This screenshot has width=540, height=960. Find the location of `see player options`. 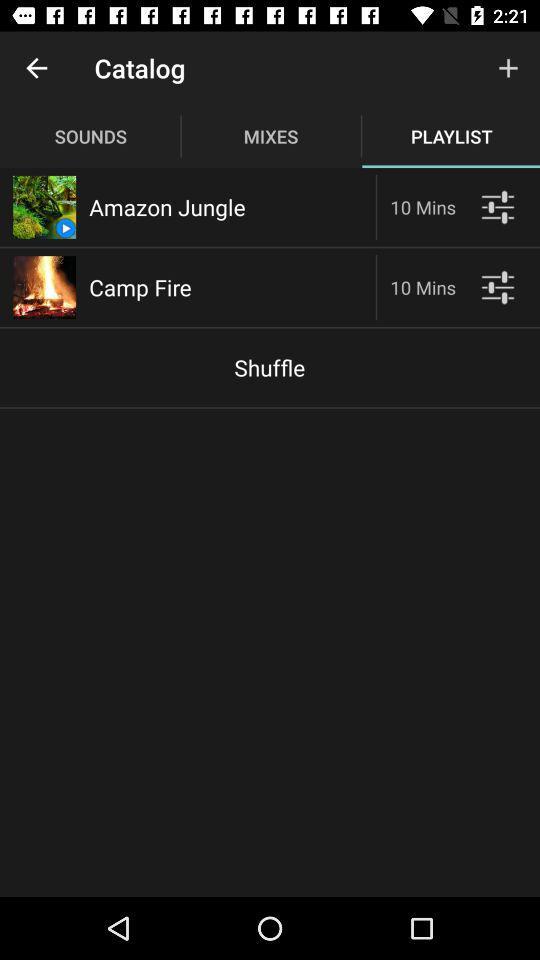

see player options is located at coordinates (496, 286).